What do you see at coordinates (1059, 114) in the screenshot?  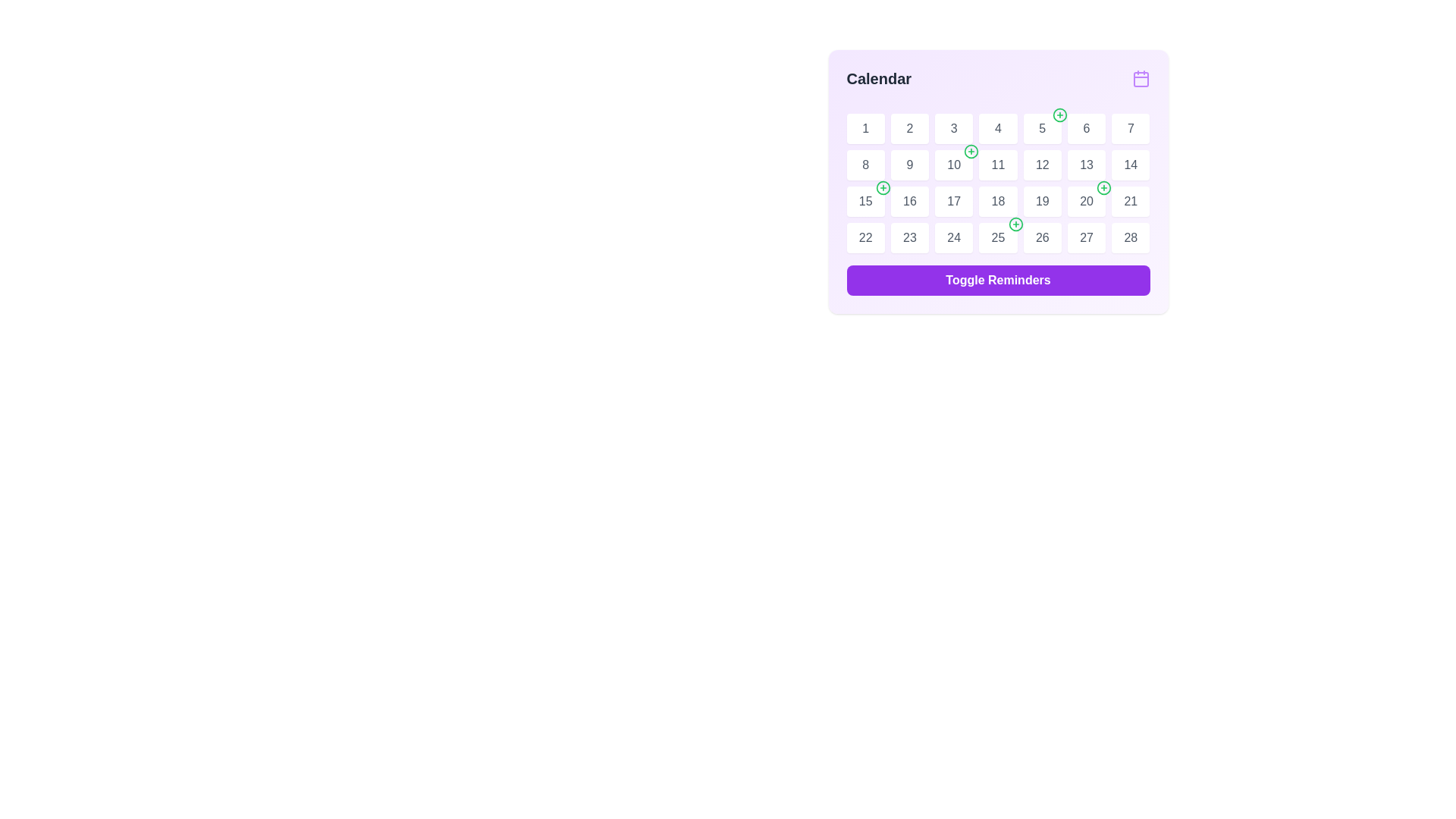 I see `the calendar button/icon associated with date 5` at bounding box center [1059, 114].